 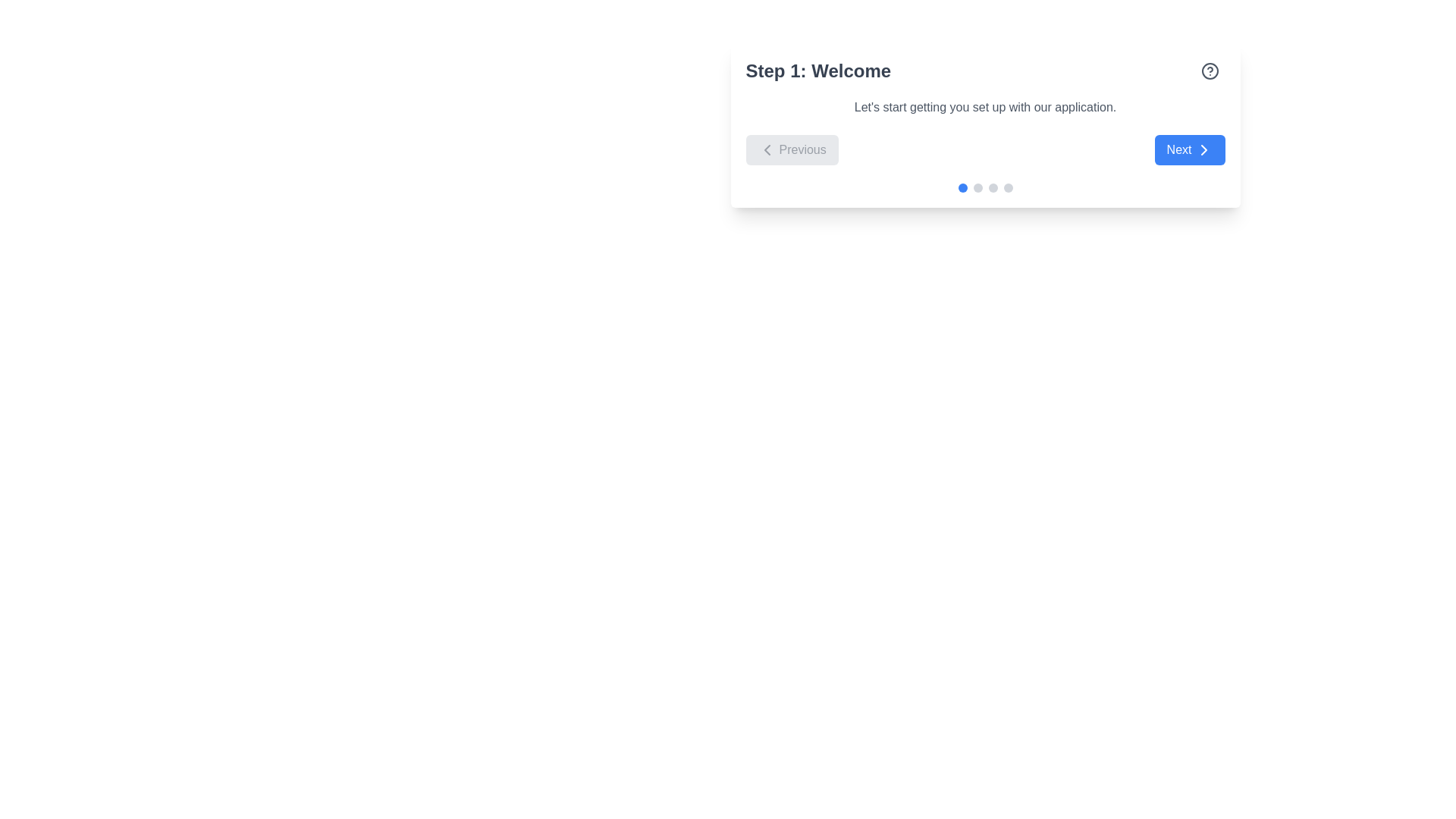 I want to click on the right-facing chevron shaped arrow SVG icon located at the right side of the 'Next' button in the bottom-right section of the panel, so click(x=1203, y=149).